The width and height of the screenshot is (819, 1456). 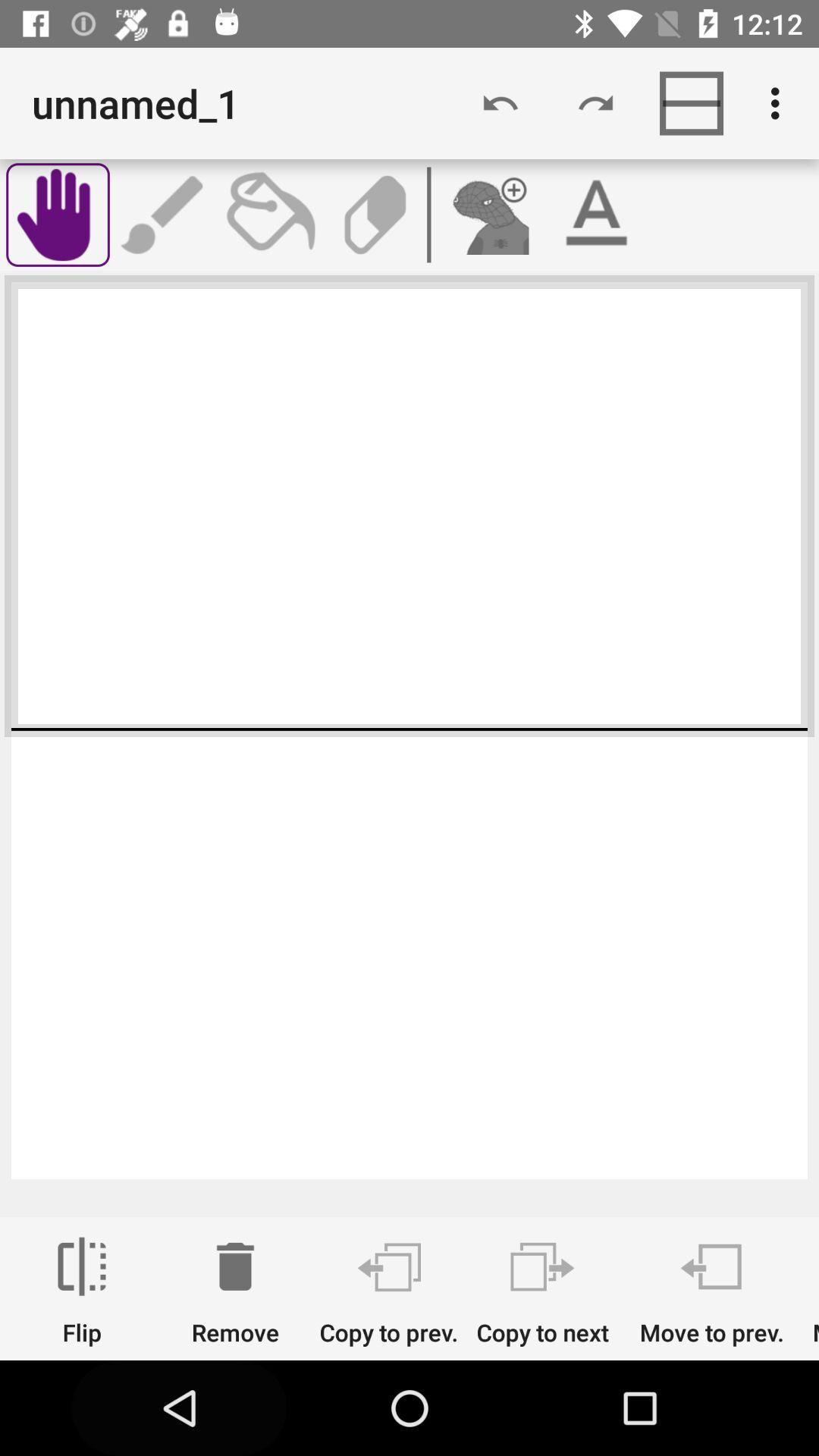 I want to click on picture, so click(x=488, y=214).